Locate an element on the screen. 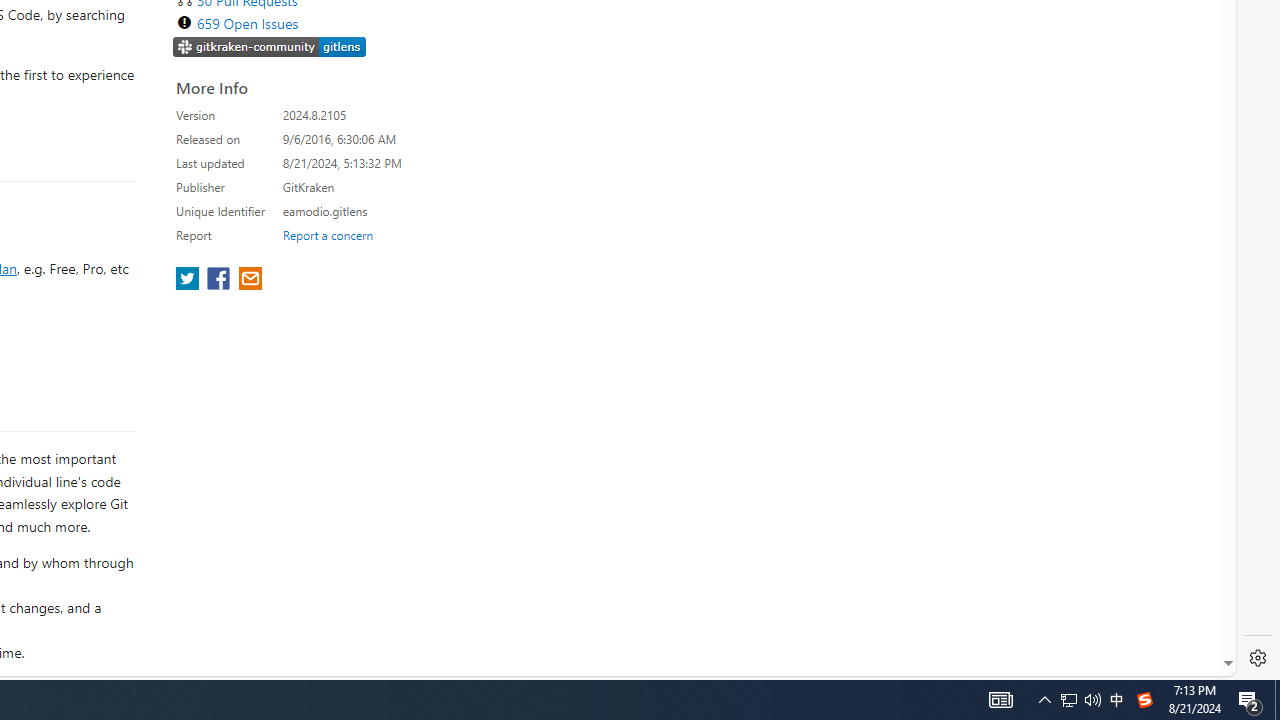  'https://slack.gitkraken.com//' is located at coordinates (269, 47).